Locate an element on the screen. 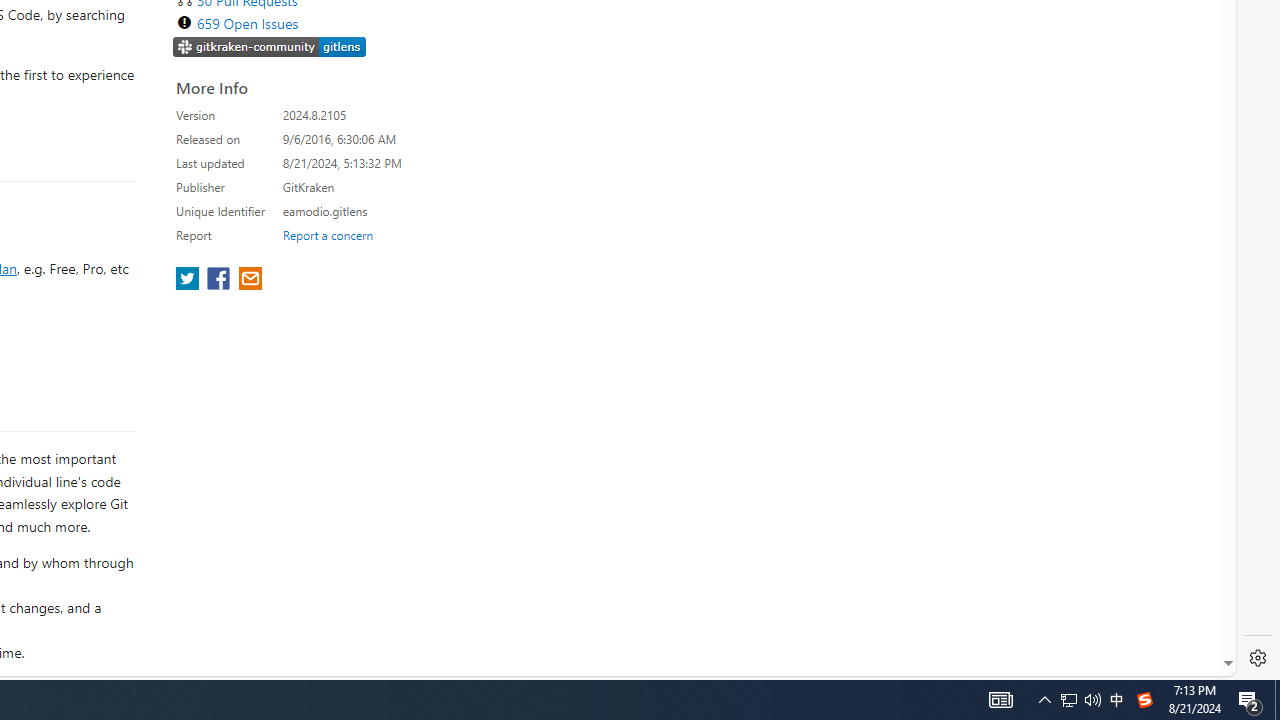  'https://slack.gitkraken.com//' is located at coordinates (269, 47).